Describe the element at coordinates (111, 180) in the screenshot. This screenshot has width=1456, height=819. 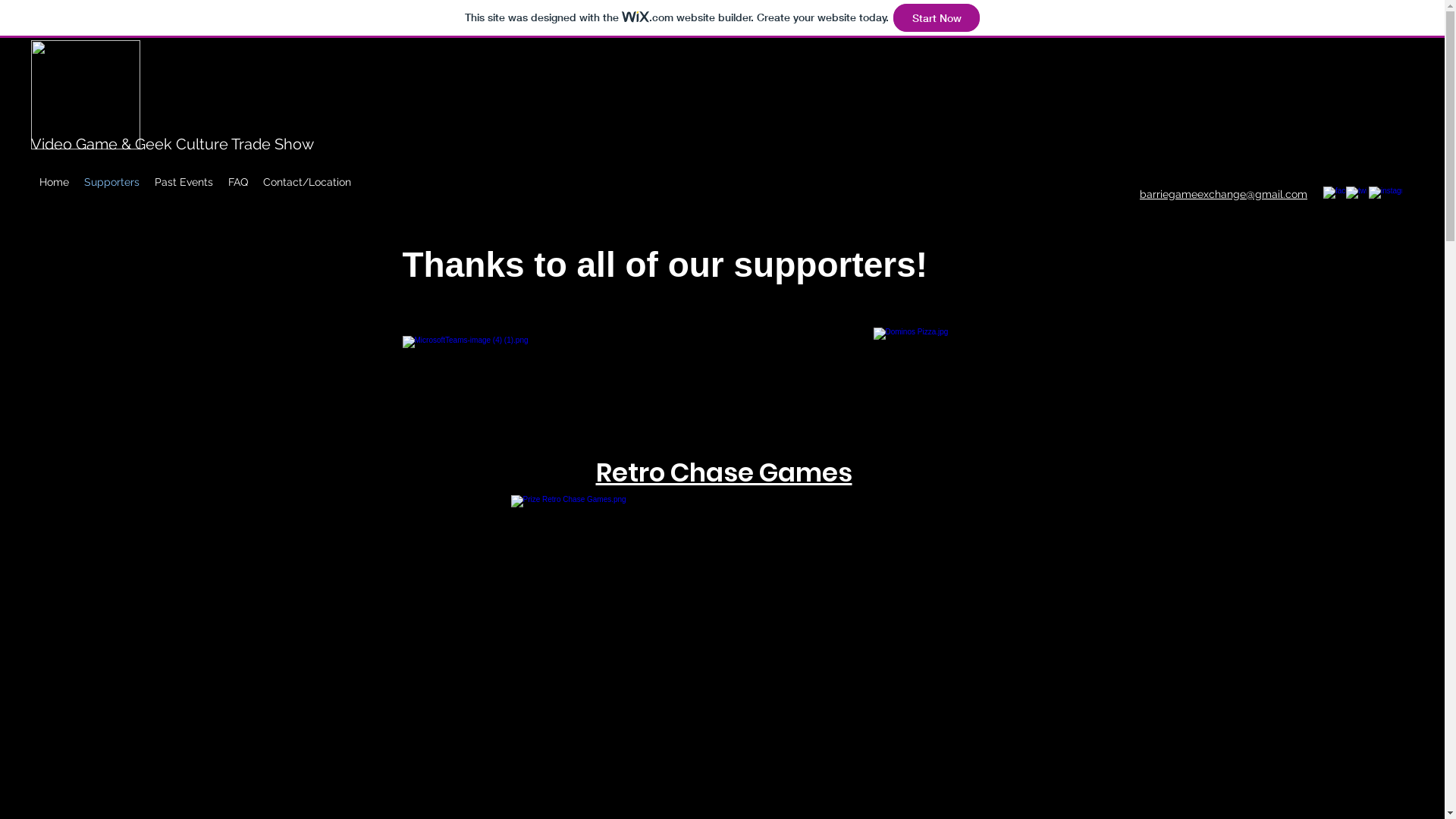
I see `'Supporters'` at that location.